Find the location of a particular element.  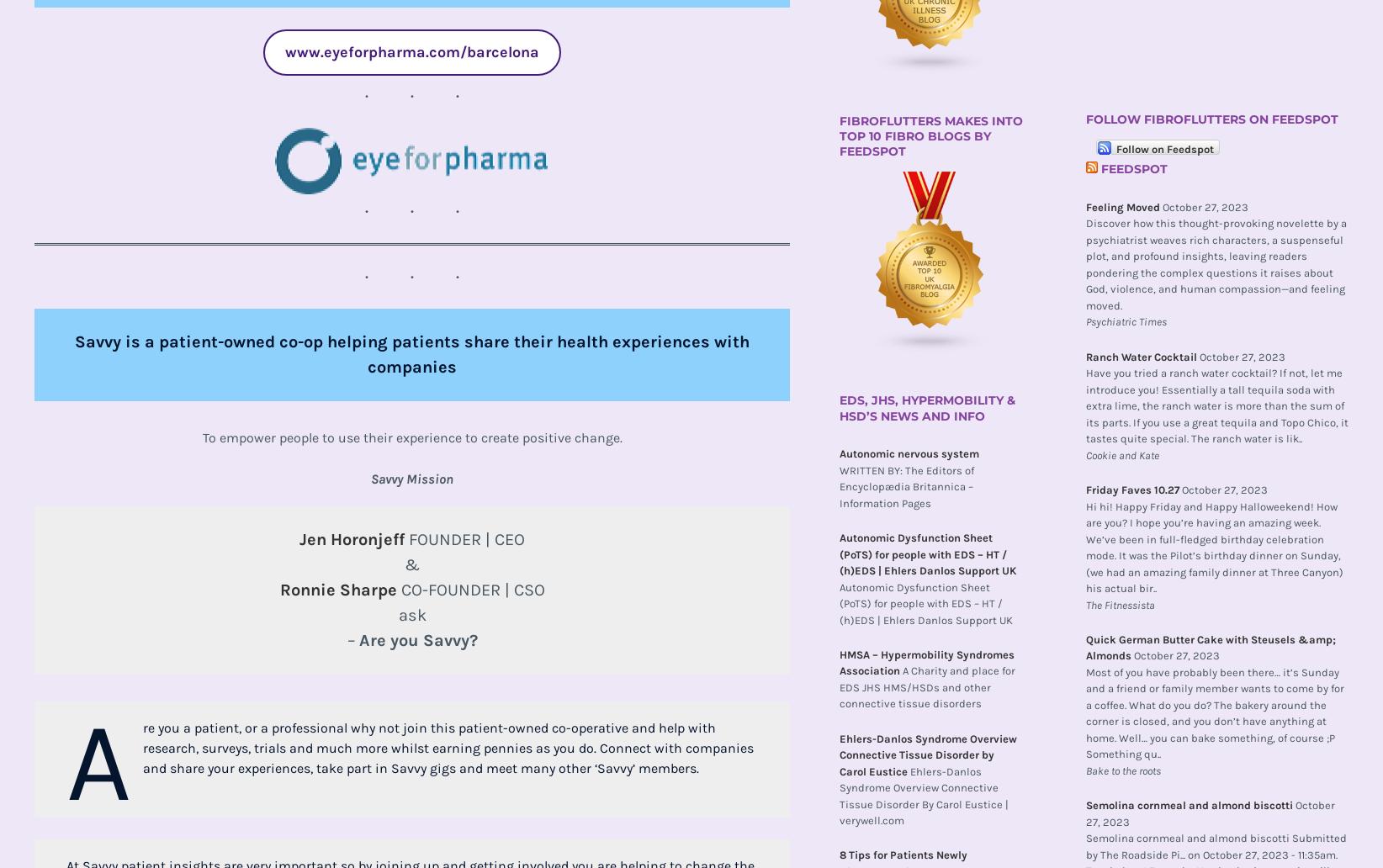

'A Charity and place for EDS JHS HMS/HSDs and other connective tissue disorders' is located at coordinates (837, 687).